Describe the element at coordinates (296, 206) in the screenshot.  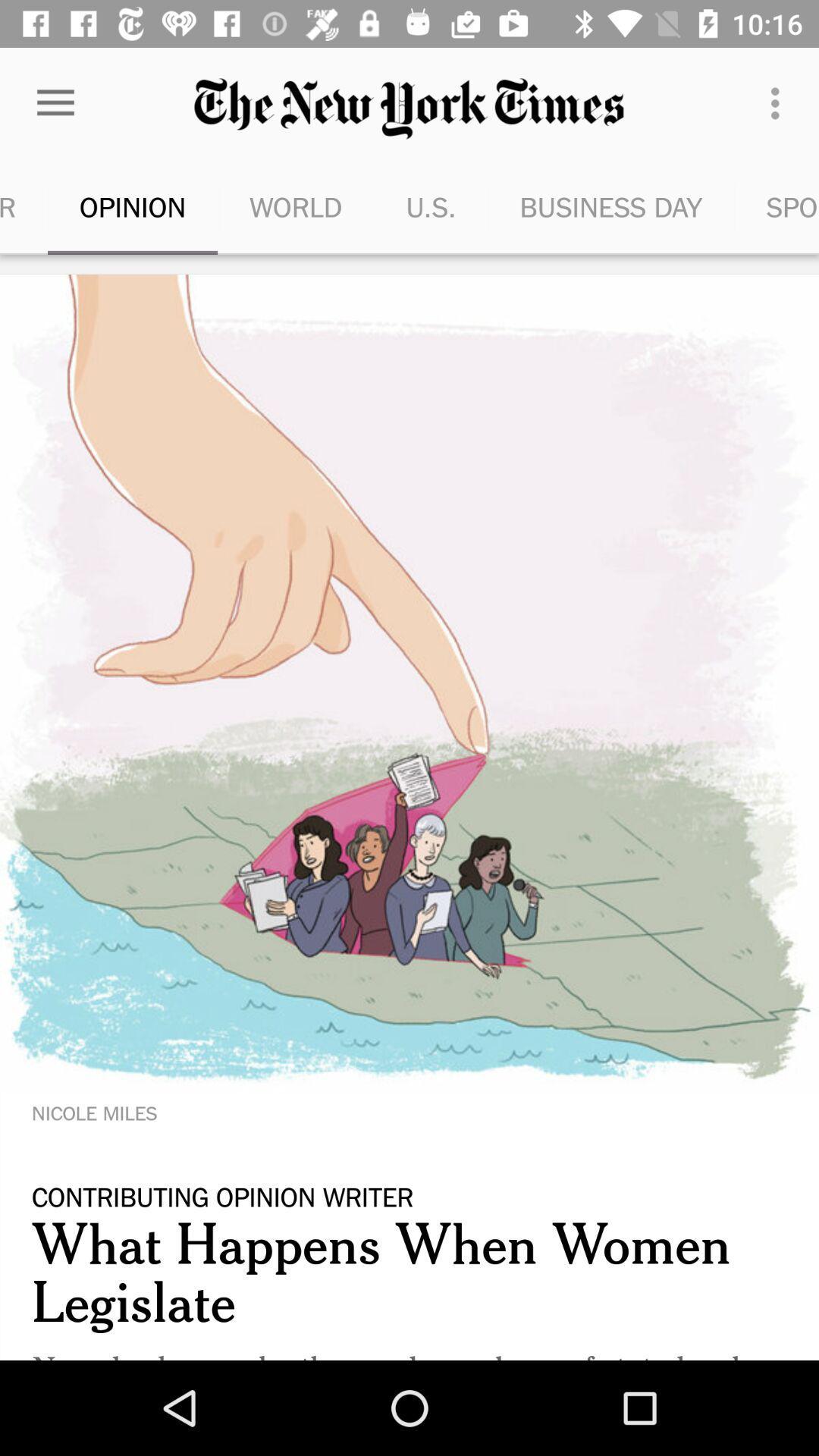
I see `the icon to the left of the u.s. icon` at that location.